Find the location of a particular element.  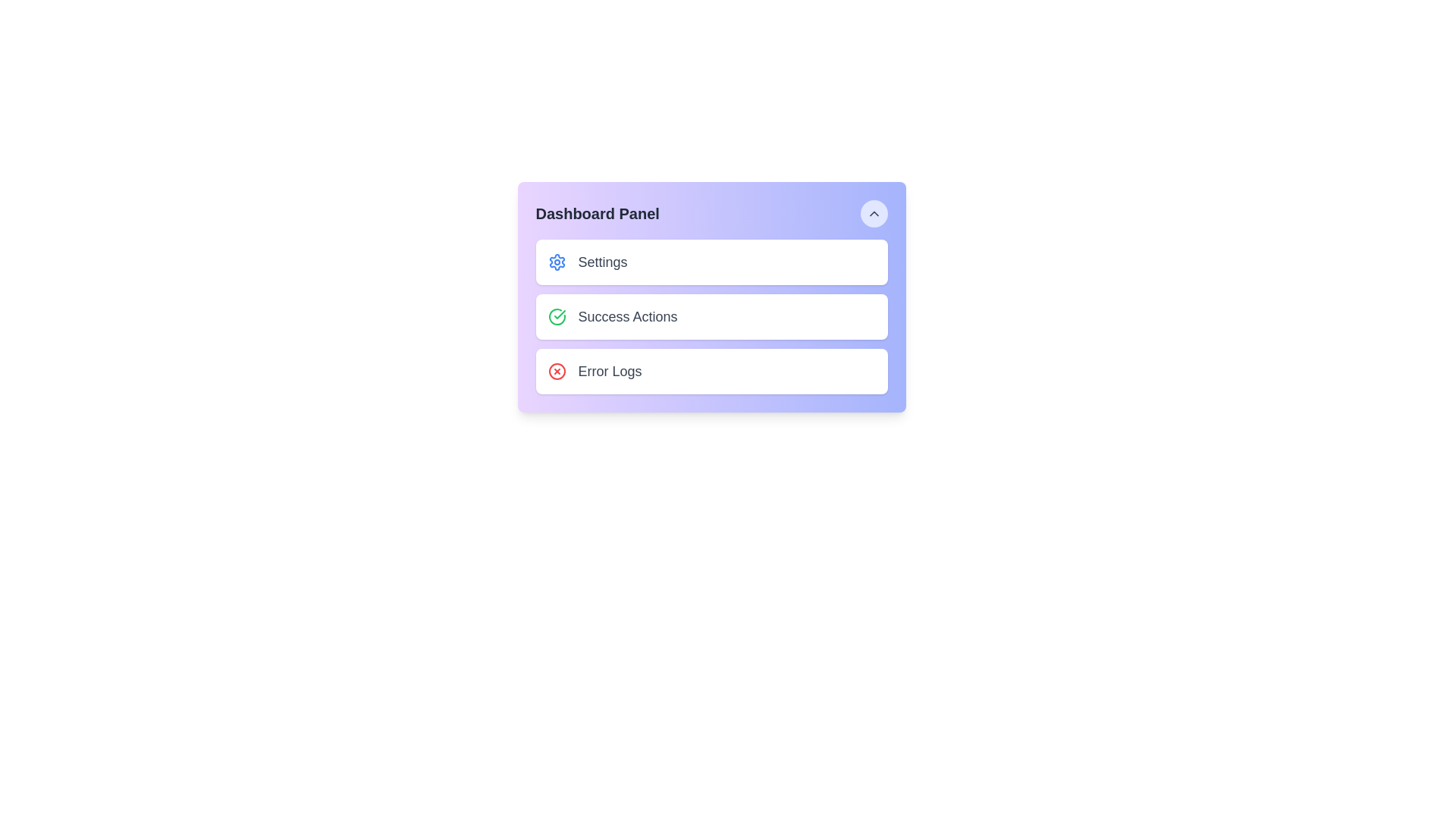

the 'Success Actions' group card located in the Dashboard Panel, which is the second item in a vertical list between 'Settings' and 'Error Logs.' is located at coordinates (711, 315).